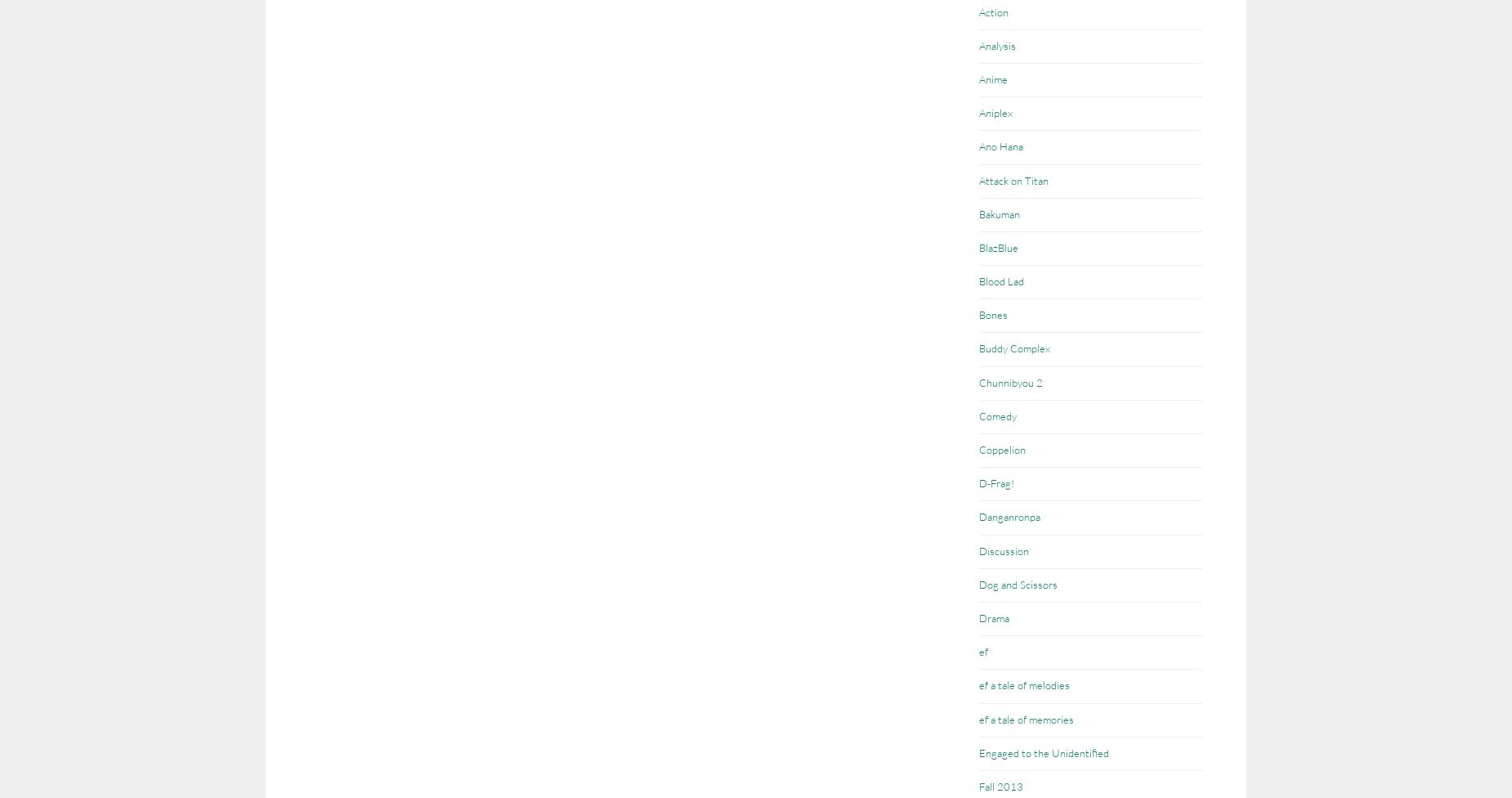 This screenshot has height=798, width=1512. Describe the element at coordinates (978, 449) in the screenshot. I see `'Coppelion'` at that location.